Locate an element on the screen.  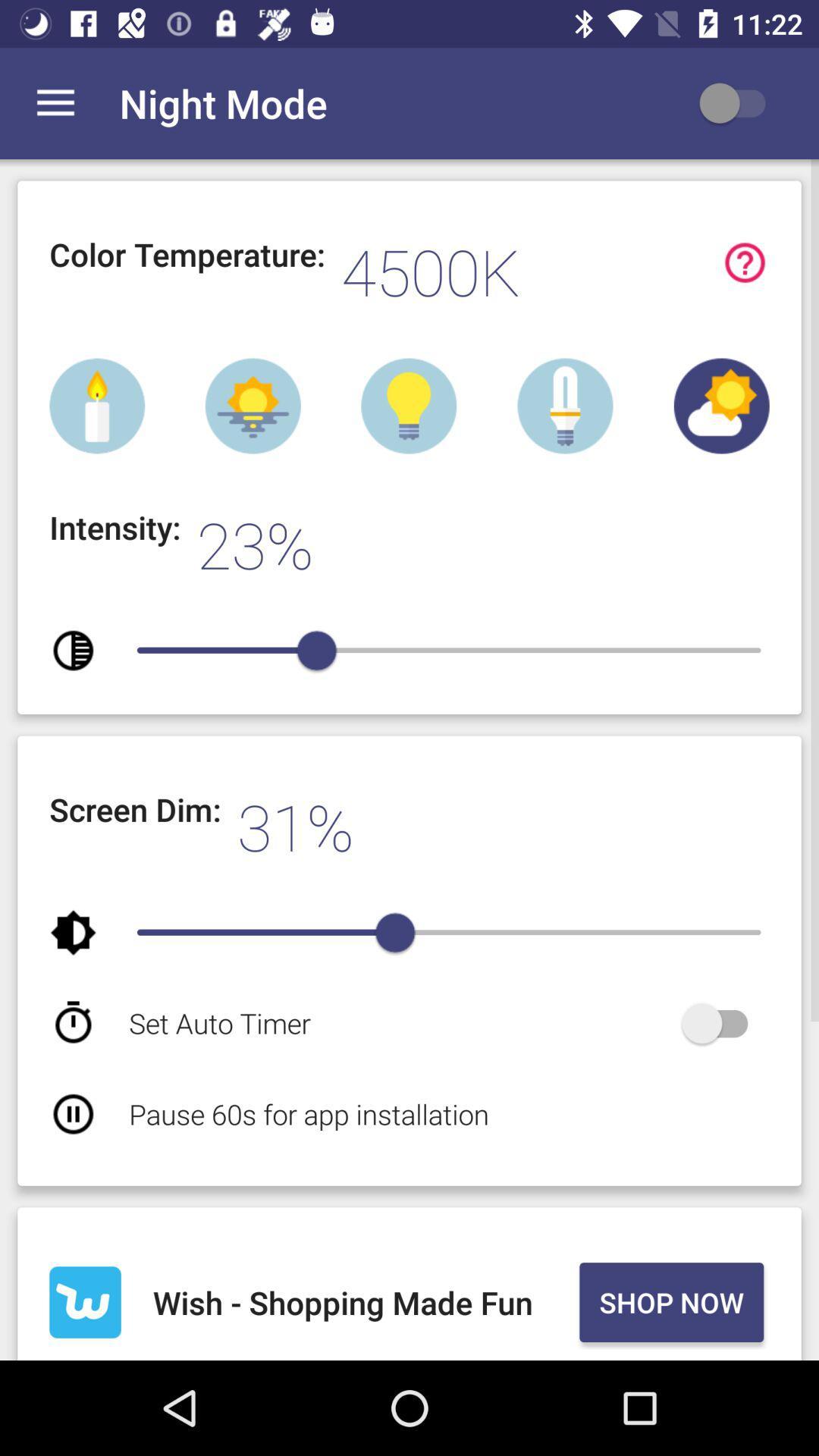
set auto timer is located at coordinates (721, 1023).